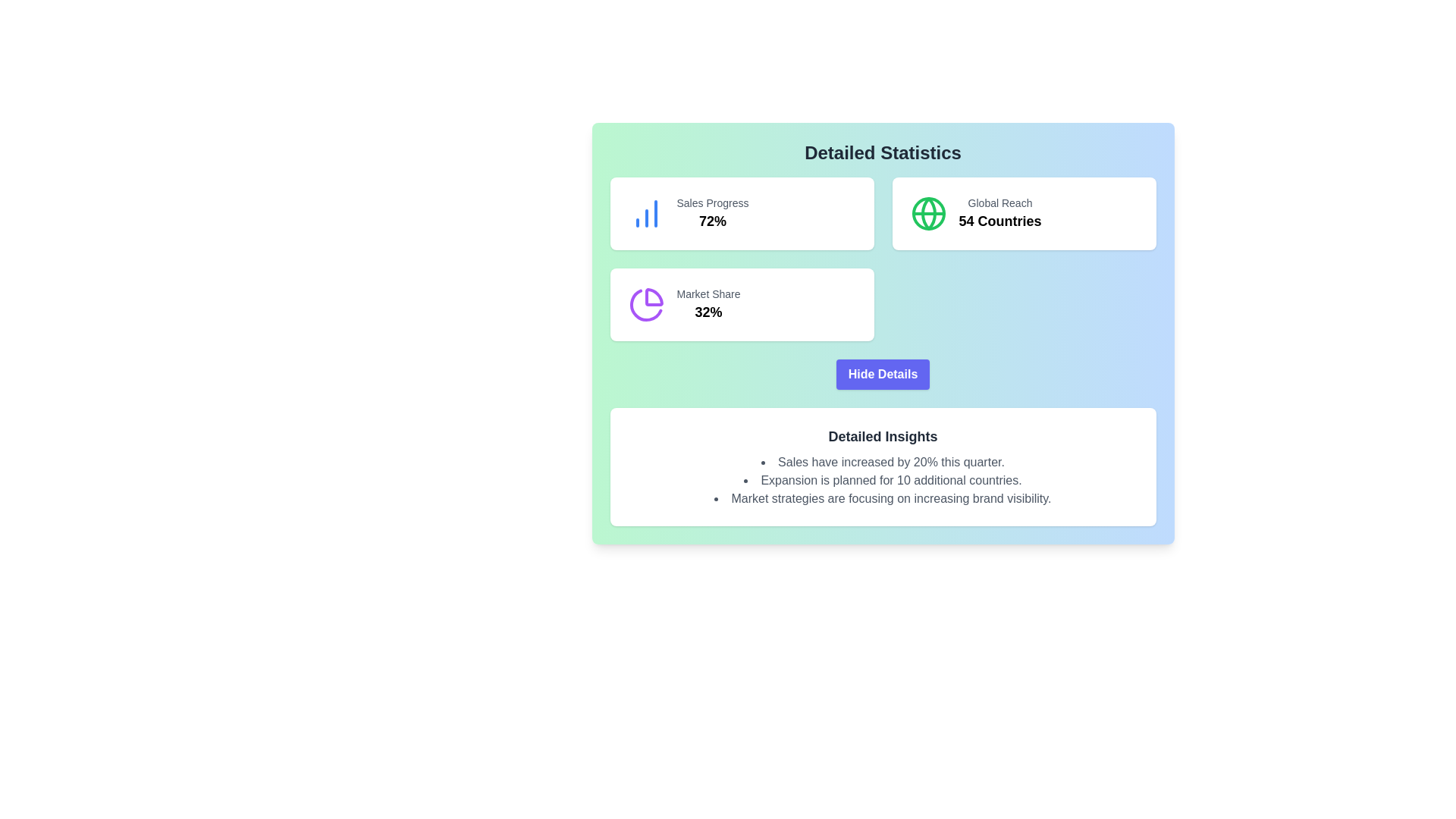 Image resolution: width=1456 pixels, height=819 pixels. What do you see at coordinates (742, 304) in the screenshot?
I see `the Information card that provides a summary of the market share metric, located in the bottom-left quadrant under the 'Detailed Statistics' section, third in the grid layout` at bounding box center [742, 304].